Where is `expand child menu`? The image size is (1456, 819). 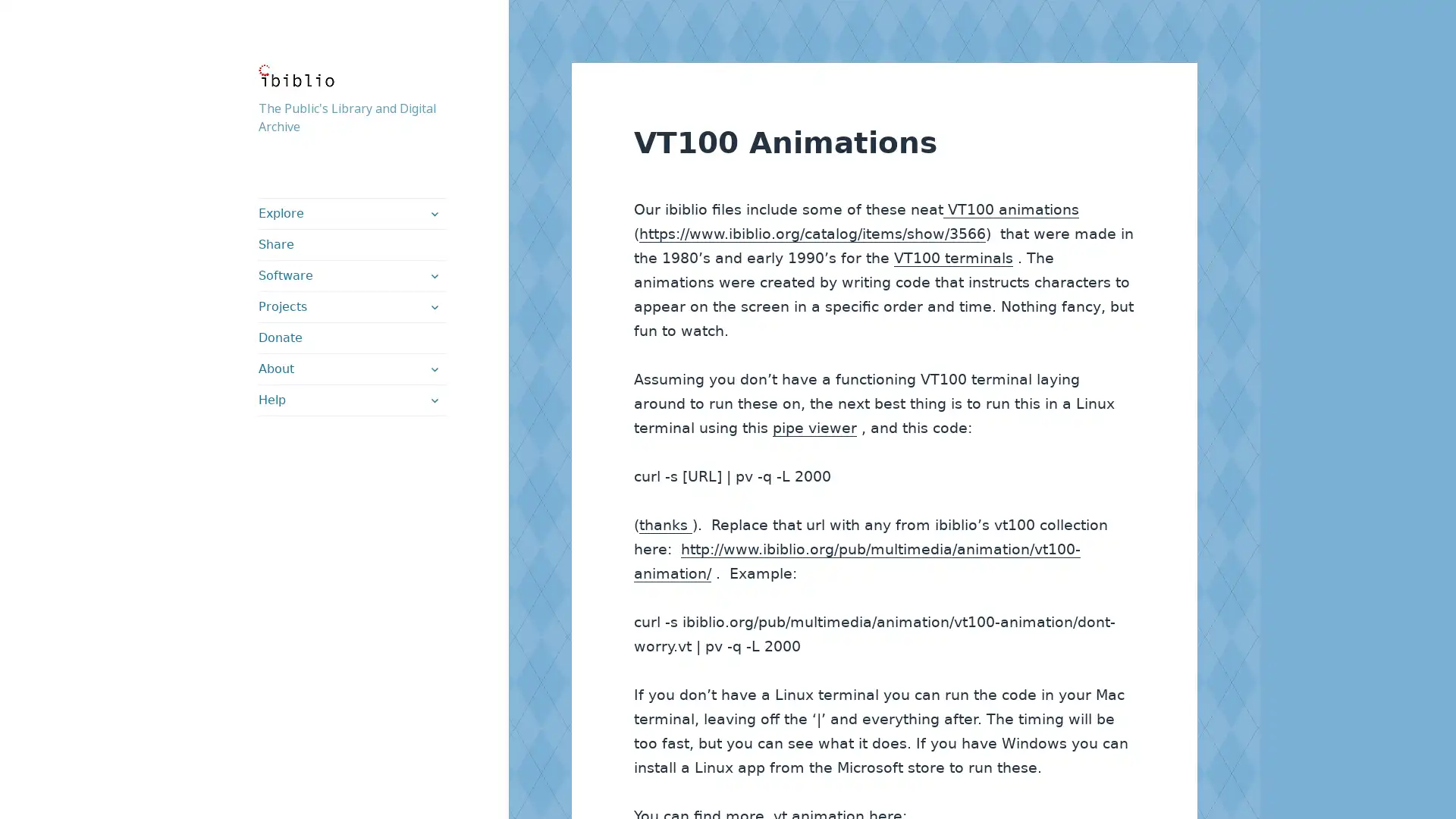
expand child menu is located at coordinates (432, 307).